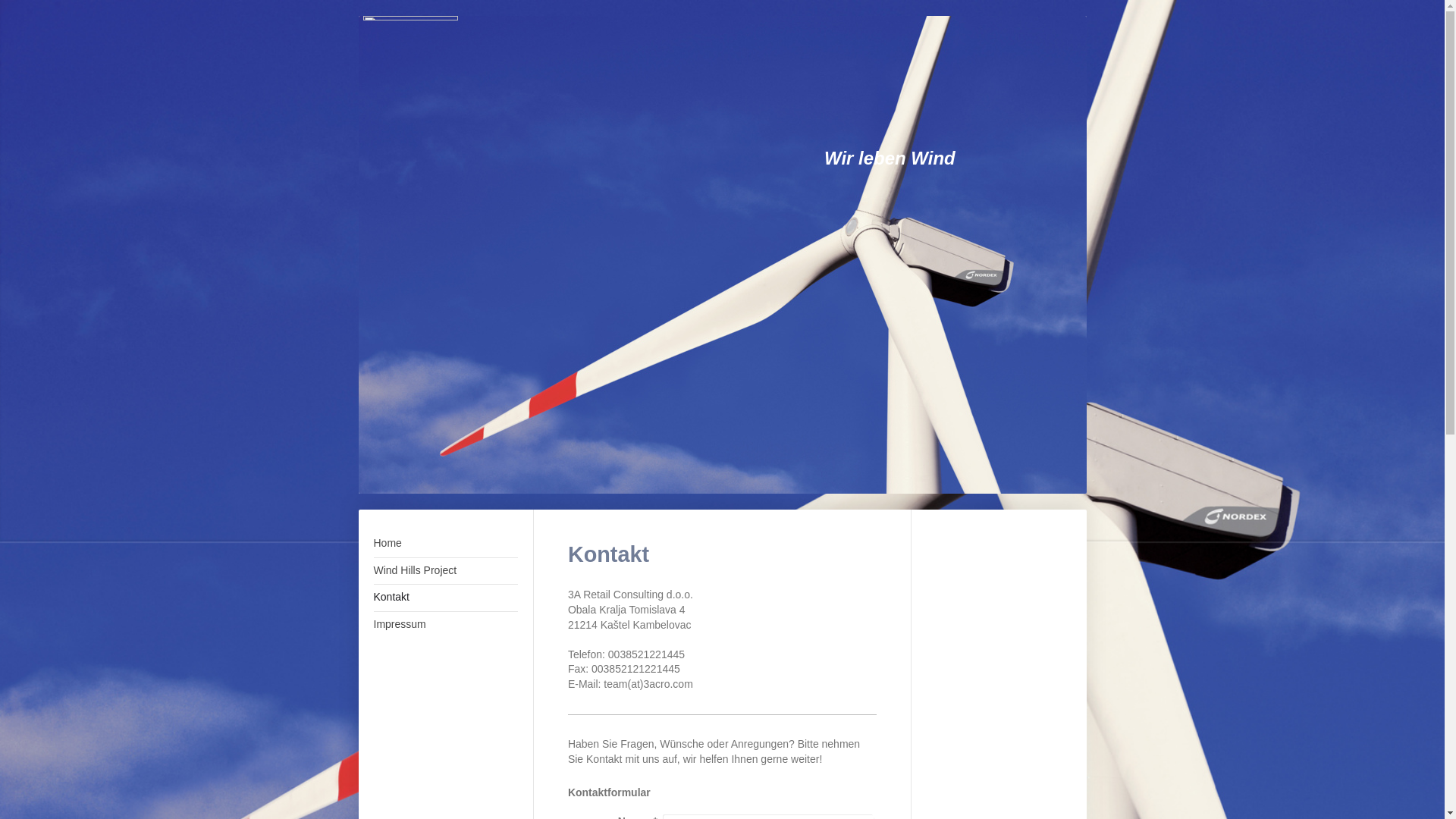  What do you see at coordinates (444, 625) in the screenshot?
I see `'Impressum'` at bounding box center [444, 625].